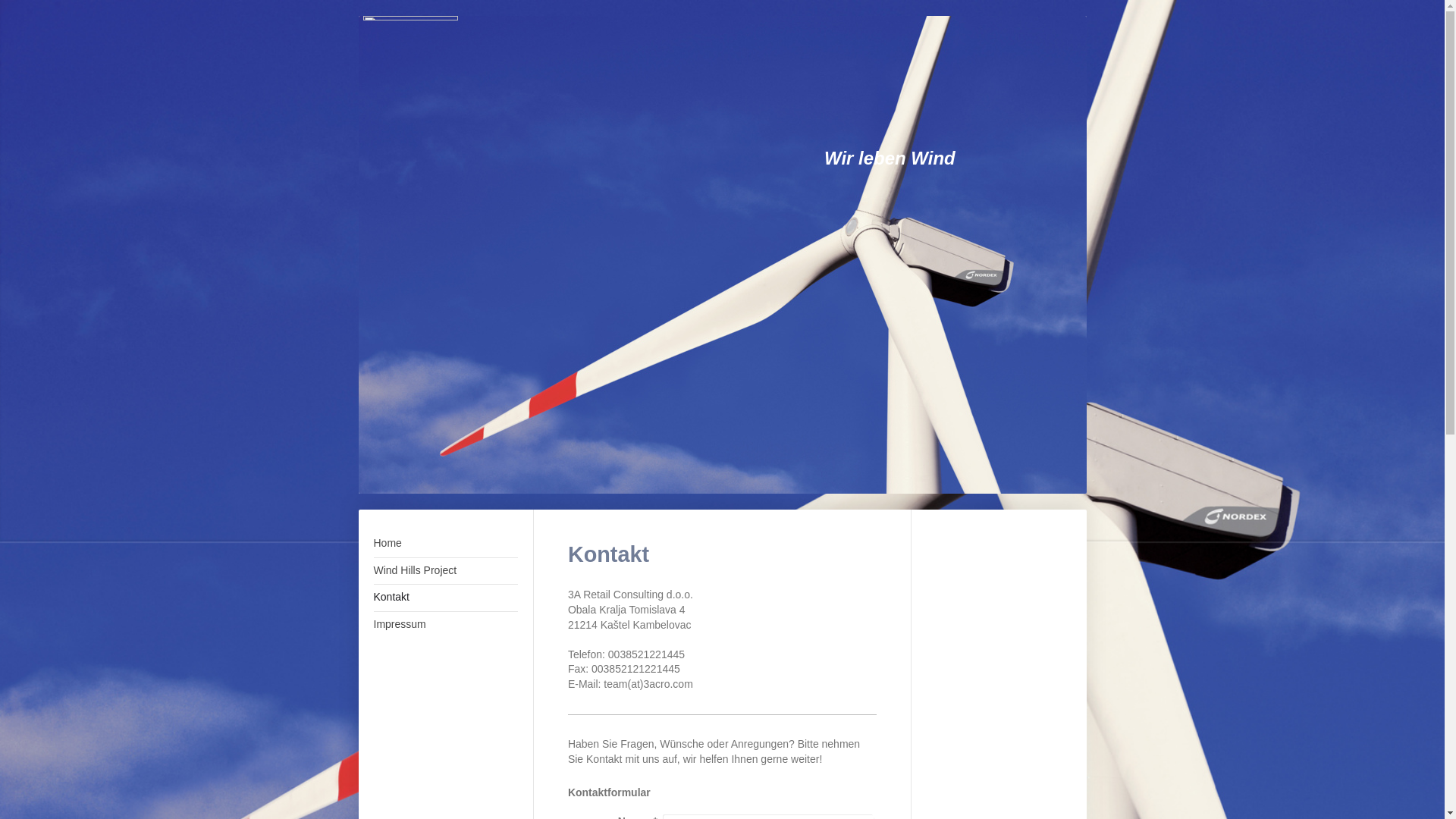  What do you see at coordinates (444, 625) in the screenshot?
I see `'Impressum'` at bounding box center [444, 625].